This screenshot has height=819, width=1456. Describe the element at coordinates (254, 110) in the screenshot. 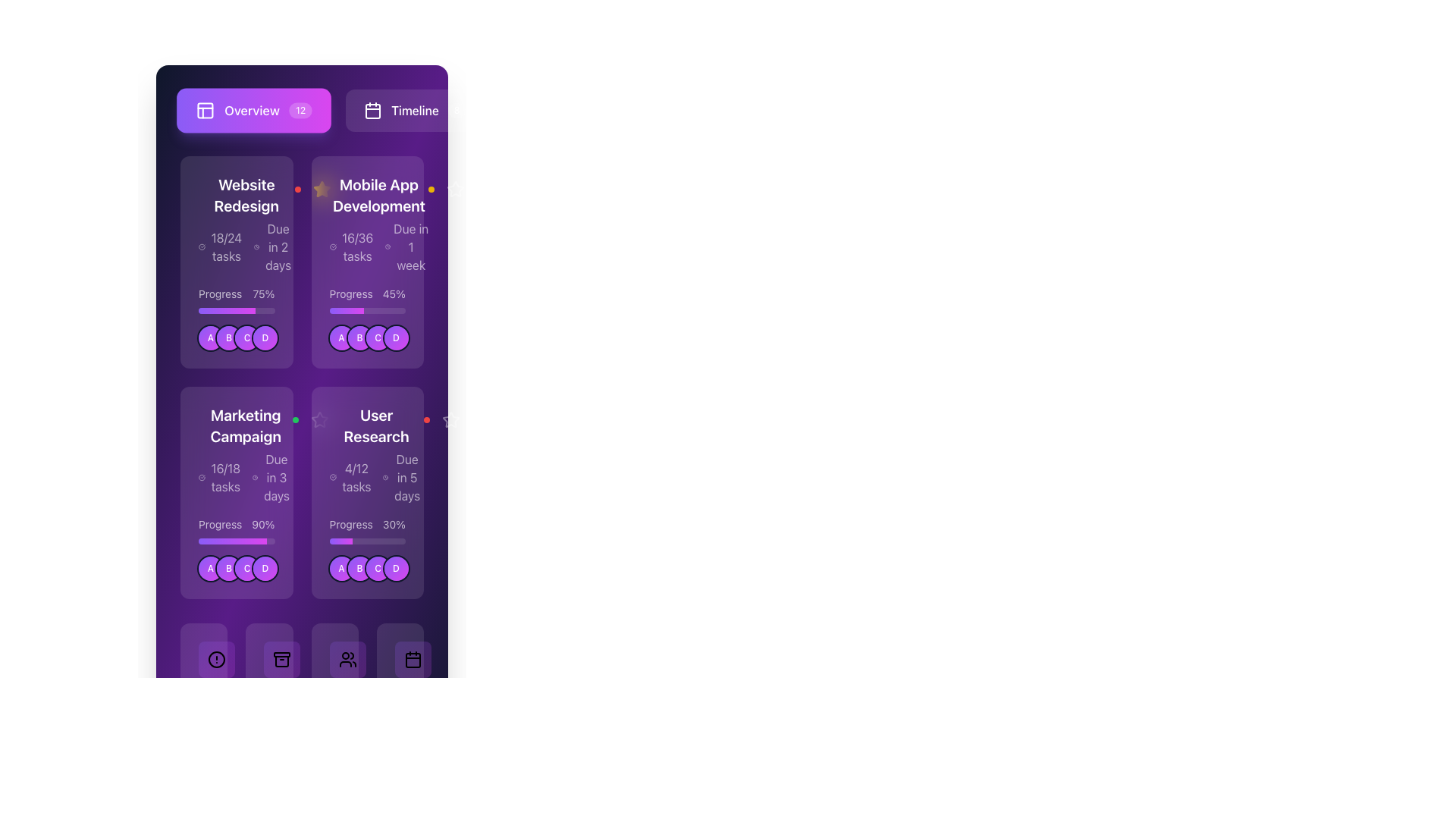

I see `the 'Overview' button, which is a rectangular button with a gradient from violet to fuchsia, featuring a grid icon on the left and a badge with the number '12' on the right` at that location.